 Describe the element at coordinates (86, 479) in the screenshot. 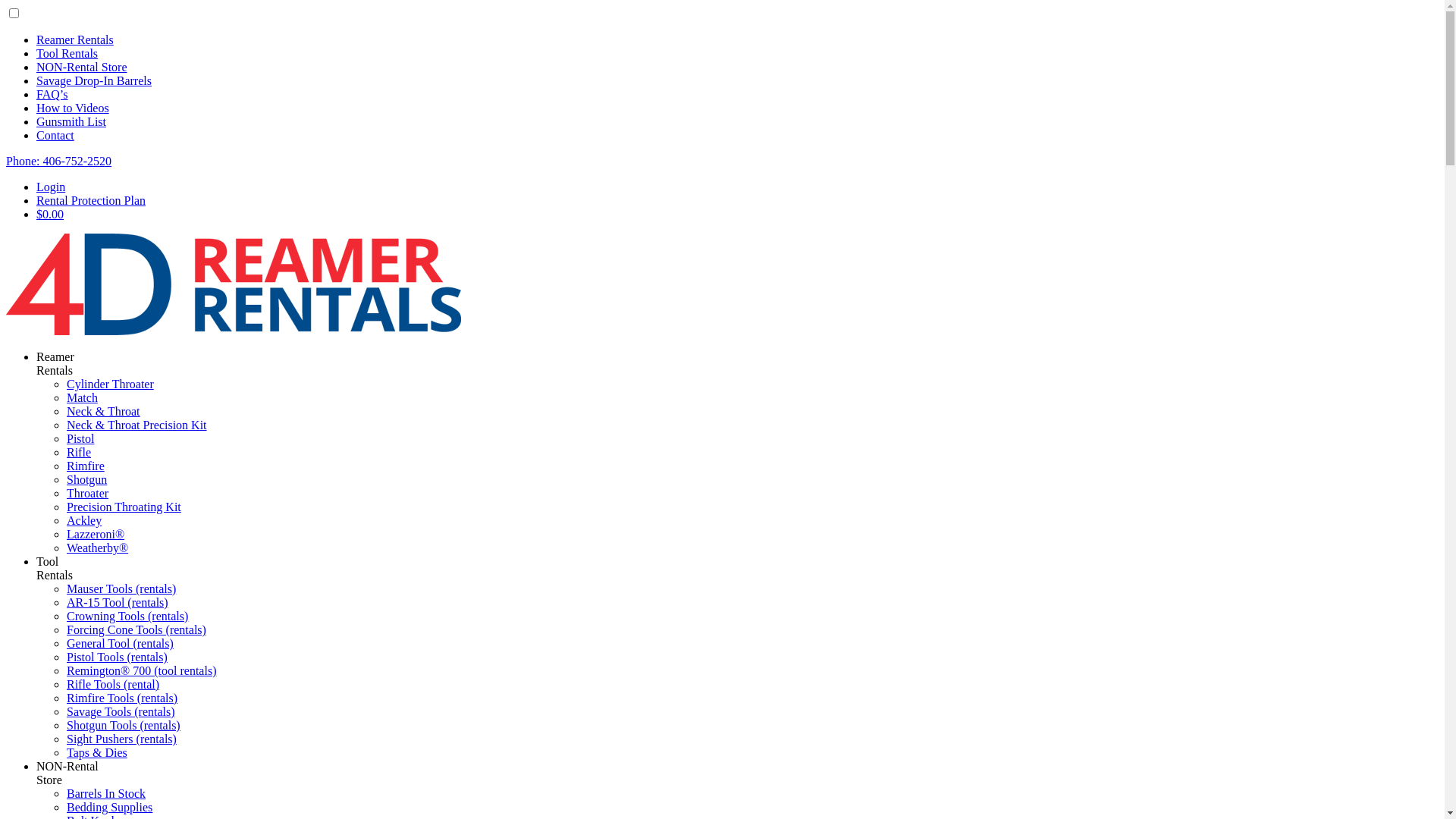

I see `'Shotgun'` at that location.